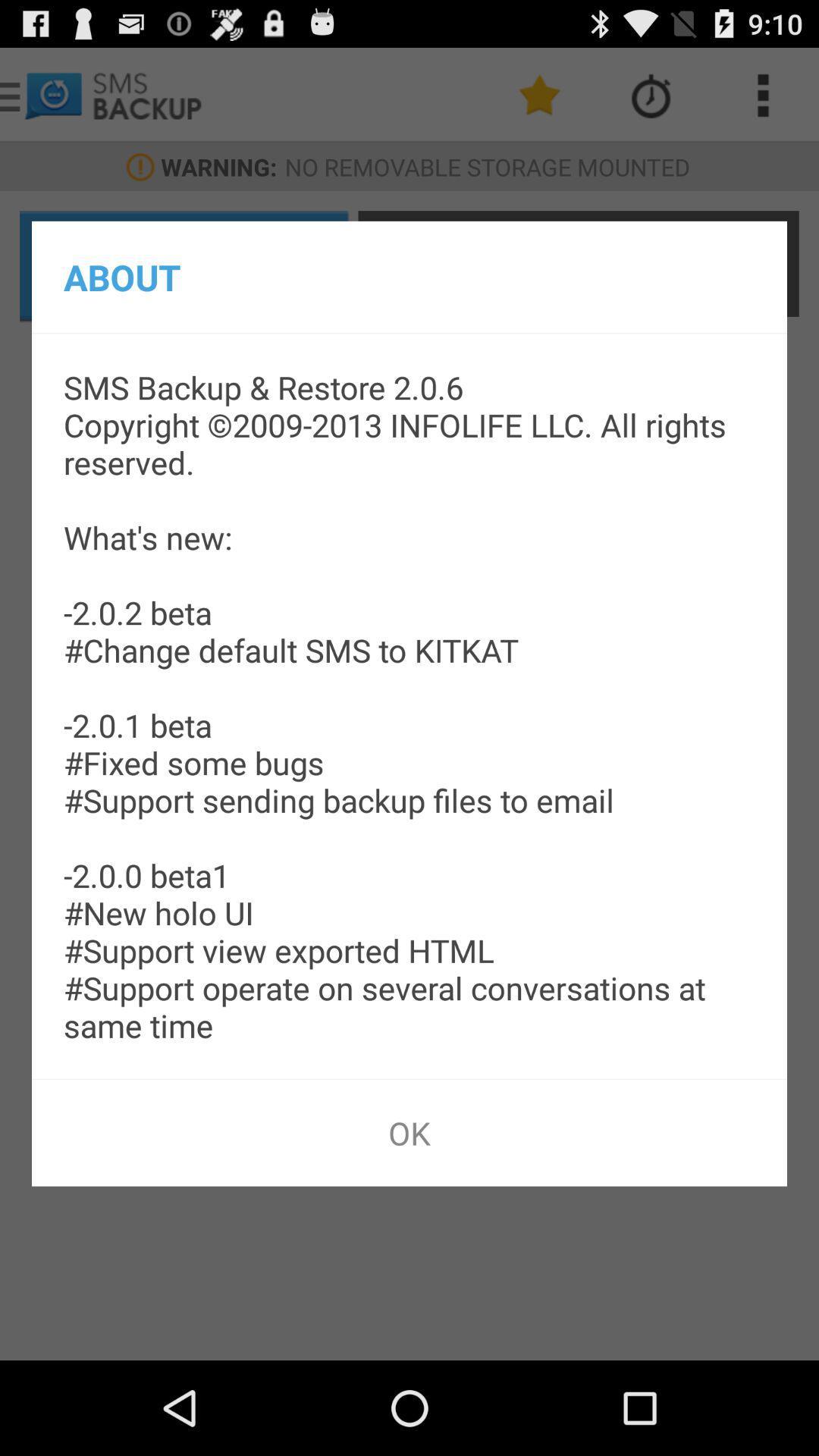  Describe the element at coordinates (409, 705) in the screenshot. I see `sms backup restore icon` at that location.